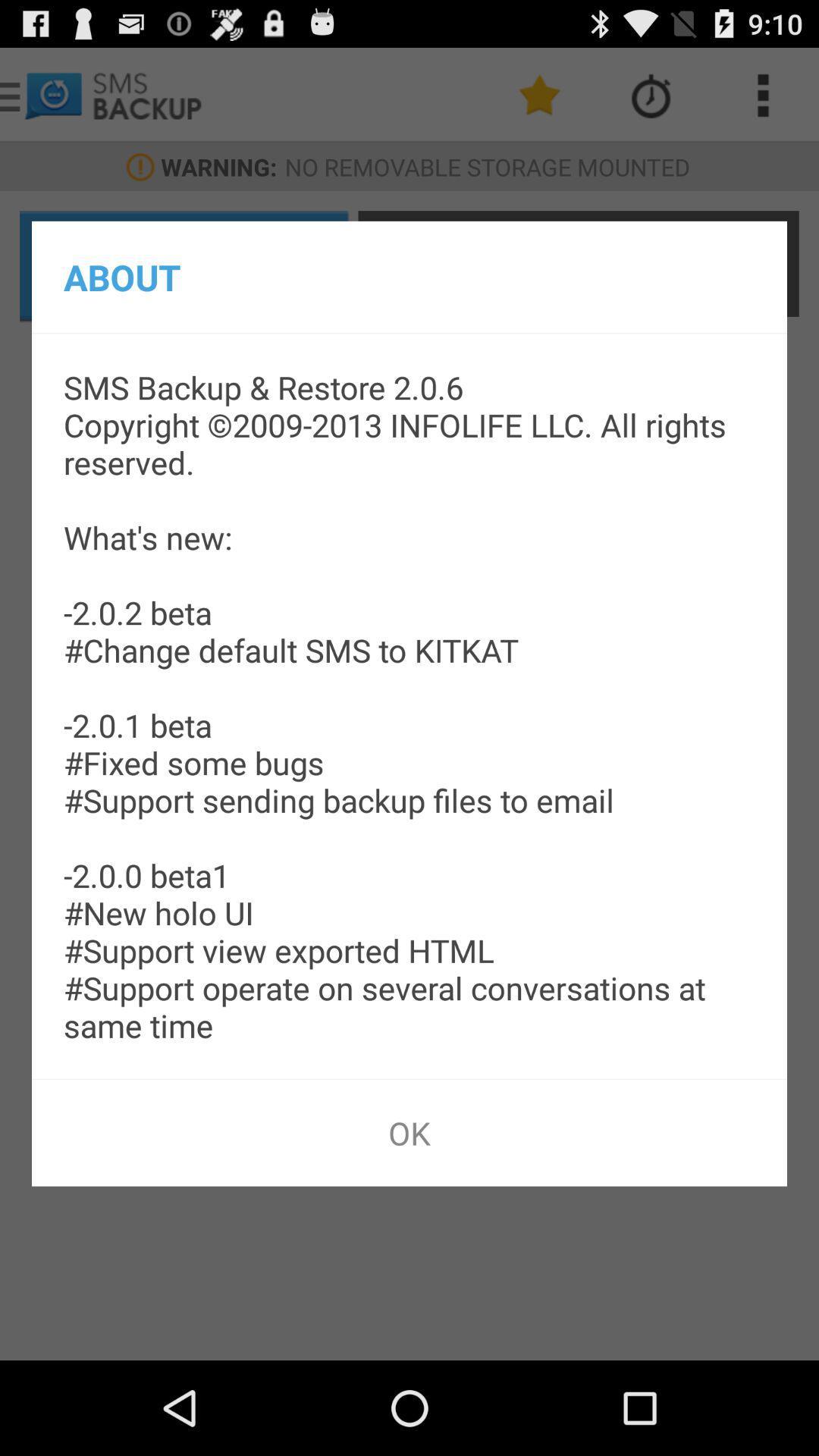  Describe the element at coordinates (409, 705) in the screenshot. I see `sms backup restore icon` at that location.